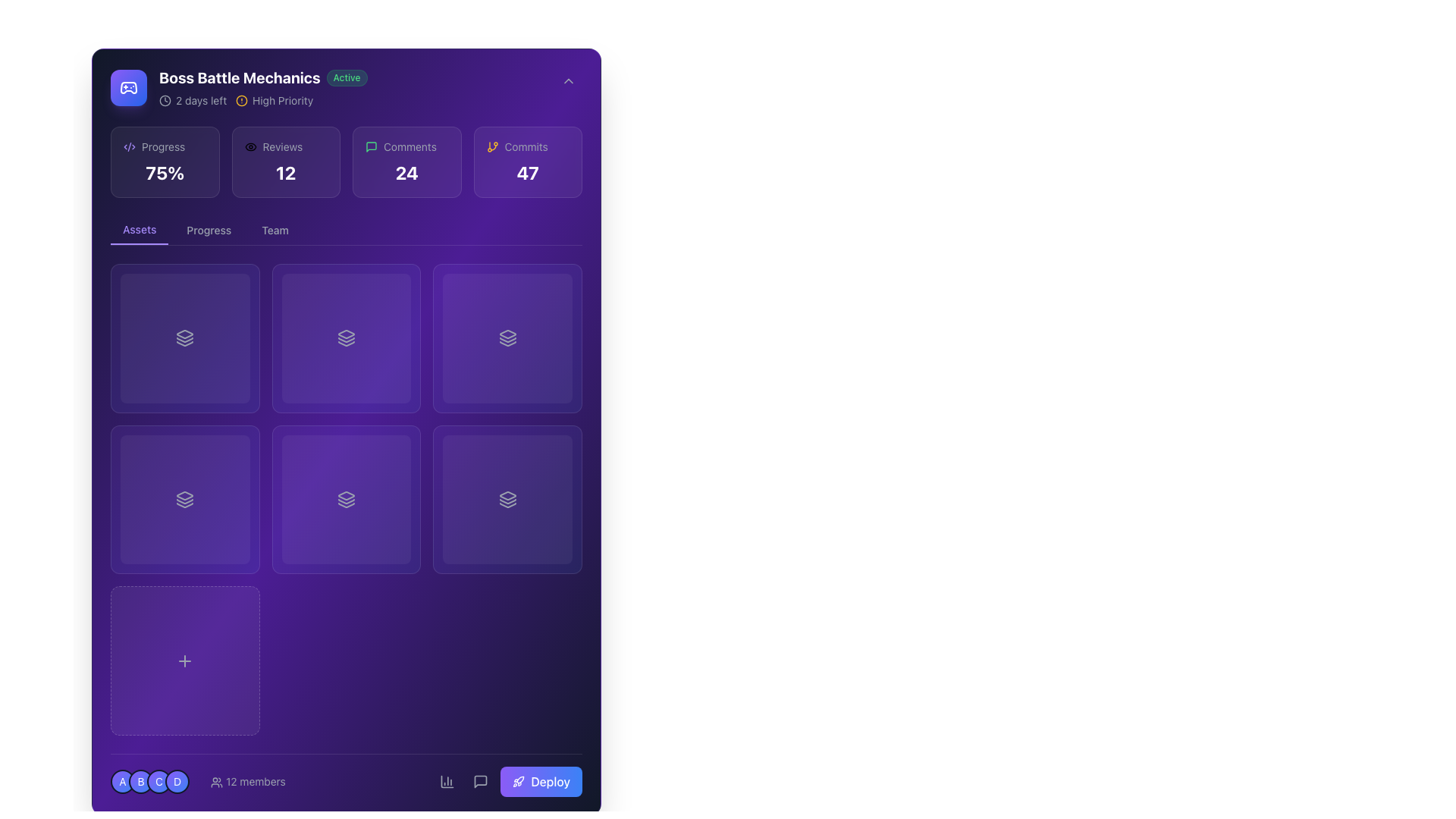  Describe the element at coordinates (282, 146) in the screenshot. I see `the Text label that represents the review count, located between the eye icon and the number '12'` at that location.